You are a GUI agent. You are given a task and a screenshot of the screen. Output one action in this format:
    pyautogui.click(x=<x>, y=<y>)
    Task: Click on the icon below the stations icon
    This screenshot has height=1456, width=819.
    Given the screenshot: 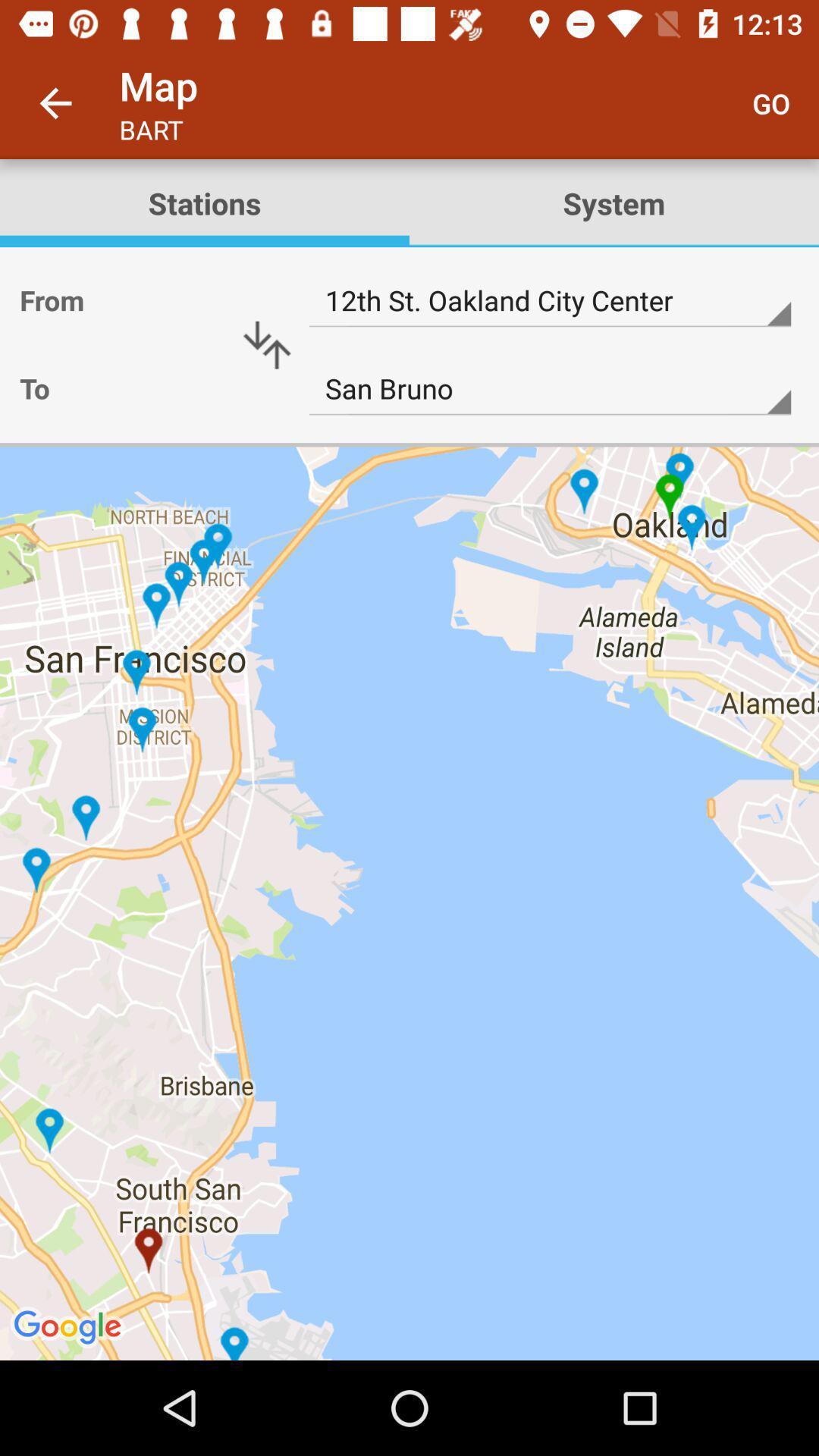 What is the action you would take?
    pyautogui.click(x=266, y=344)
    